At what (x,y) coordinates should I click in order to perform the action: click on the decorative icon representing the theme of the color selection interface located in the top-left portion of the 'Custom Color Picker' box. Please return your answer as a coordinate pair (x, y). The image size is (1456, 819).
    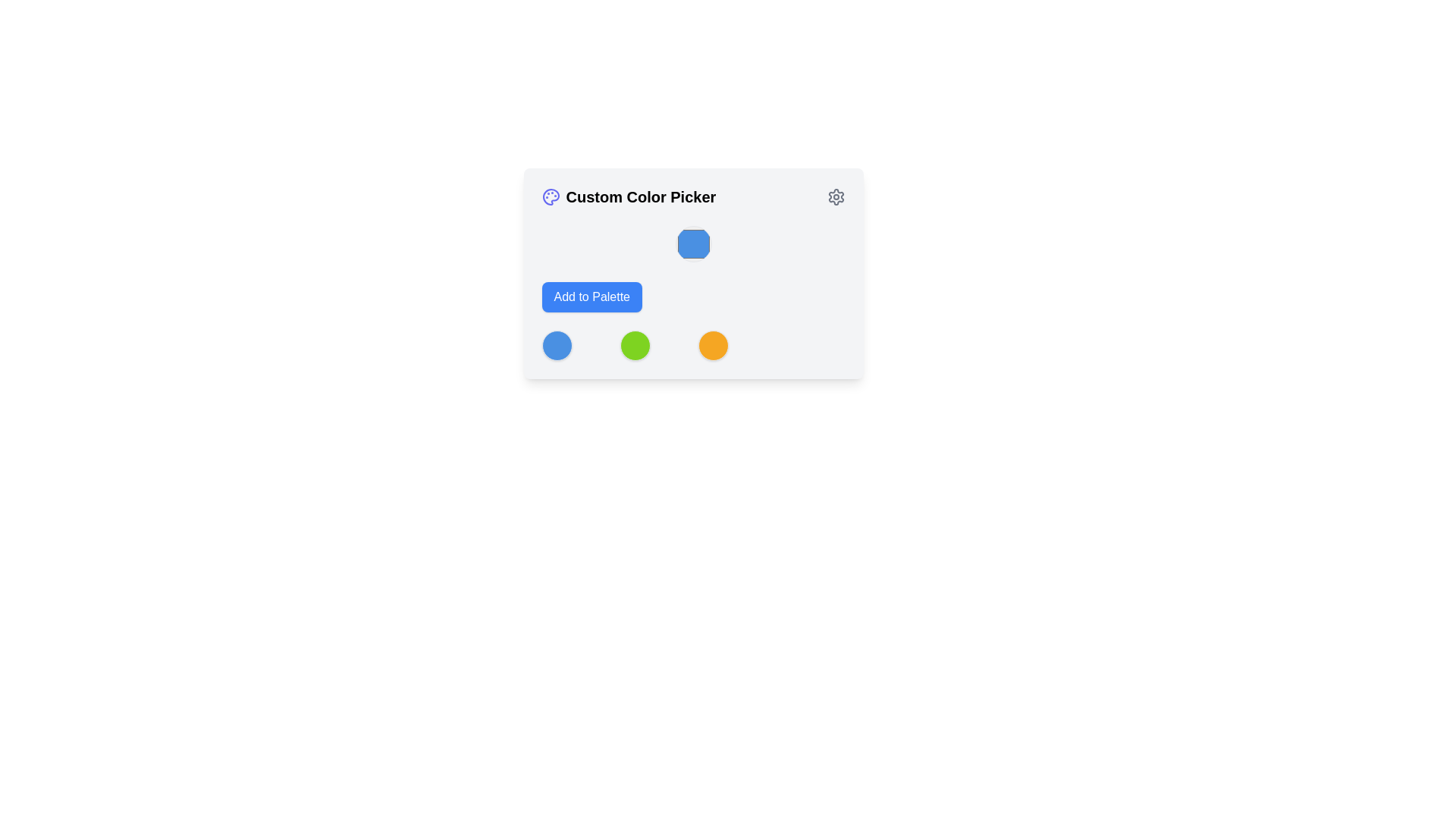
    Looking at the image, I should click on (550, 196).